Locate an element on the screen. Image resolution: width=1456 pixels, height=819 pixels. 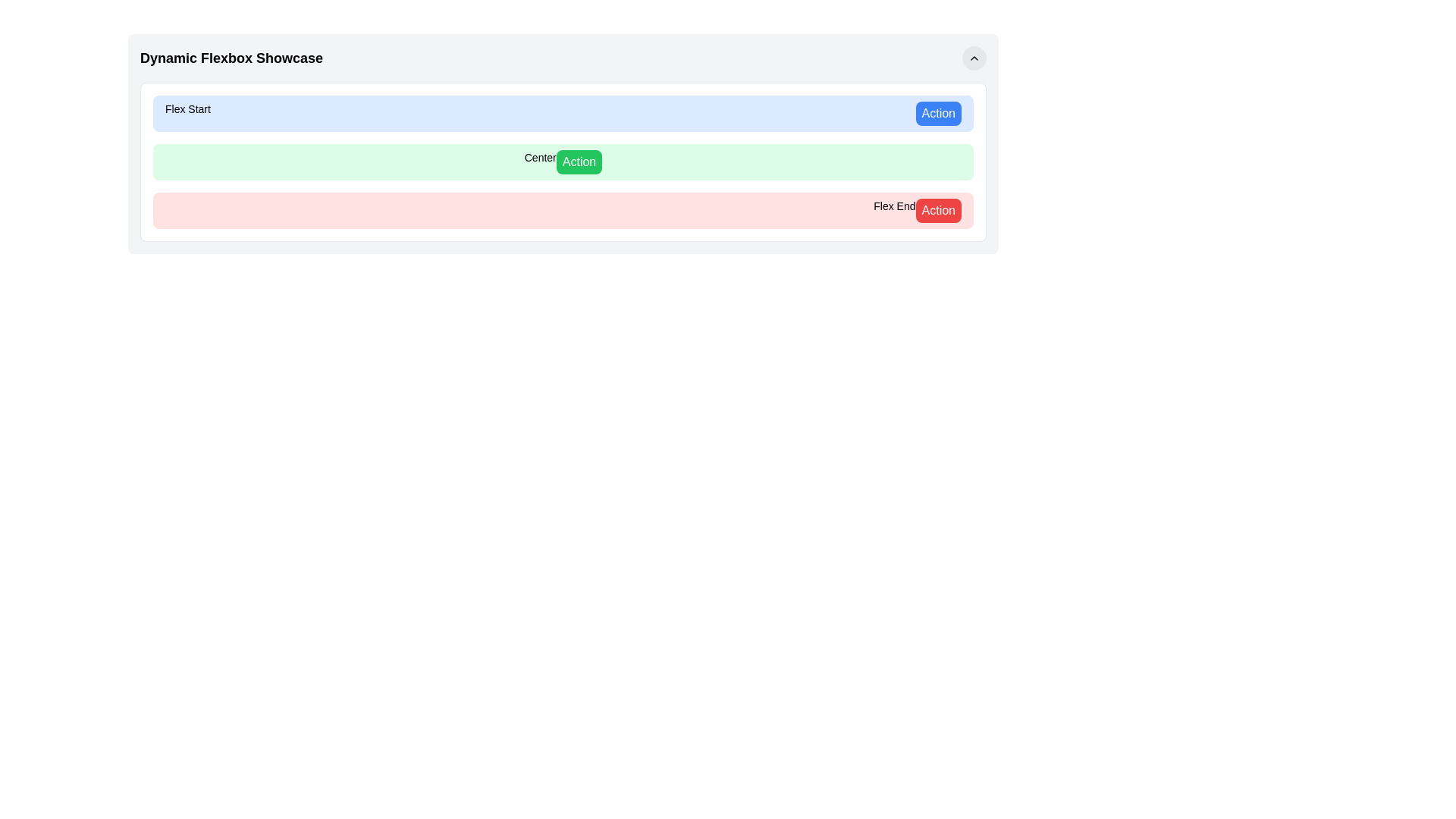
the button with rounded corners and a red background that contains the white text 'Action' to observe a styling change is located at coordinates (937, 210).